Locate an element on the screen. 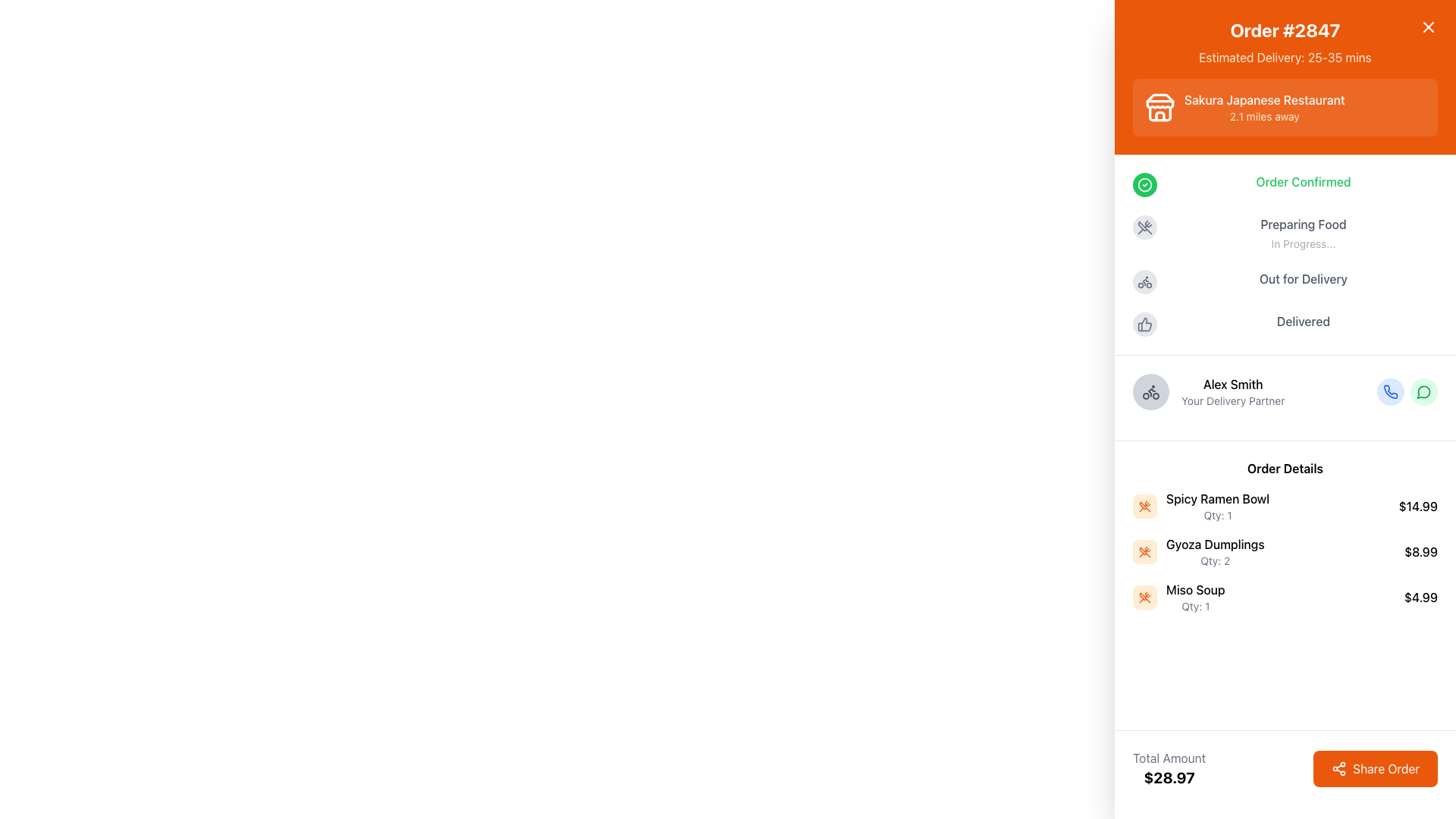 The height and width of the screenshot is (819, 1456). text label that says 'Sakura Japanese Restaurant', which is styled in bold white font on an orange background, located in the upper section of the interface near the top-right corner is located at coordinates (1264, 99).